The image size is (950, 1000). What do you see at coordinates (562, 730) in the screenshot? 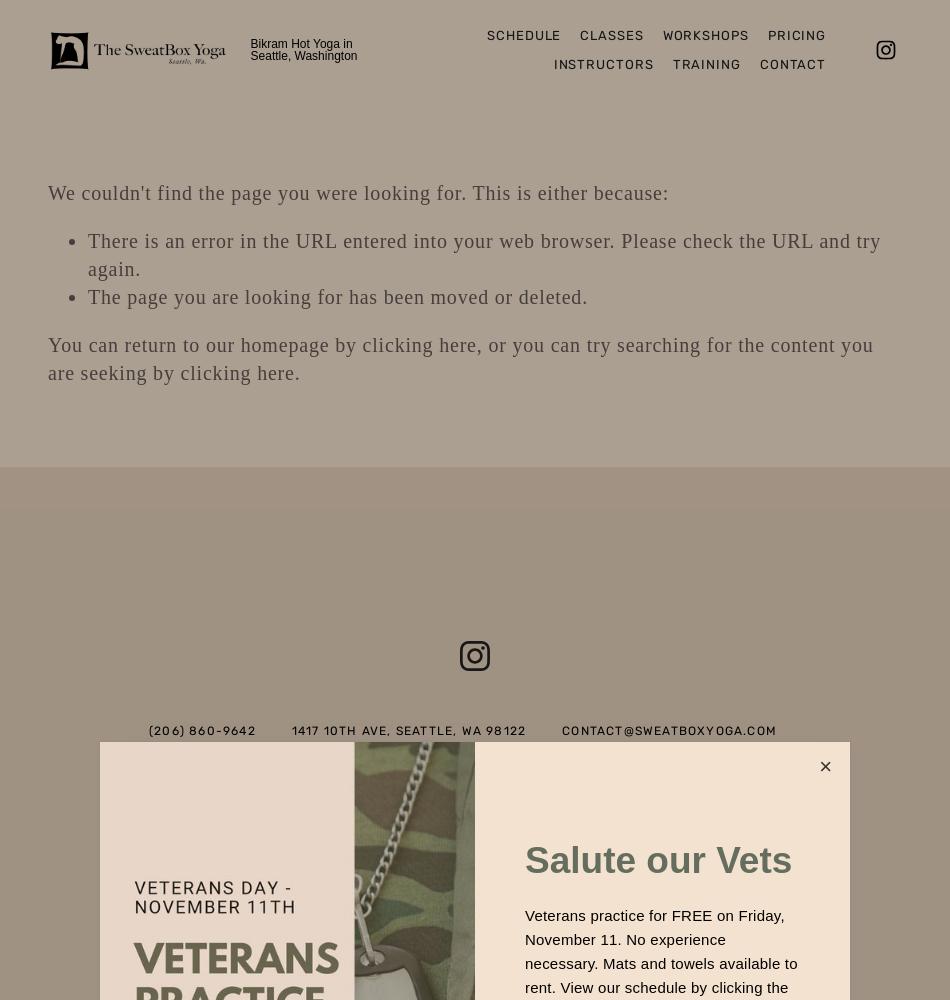
I see `'contact@sweatboxyoga.com'` at bounding box center [562, 730].